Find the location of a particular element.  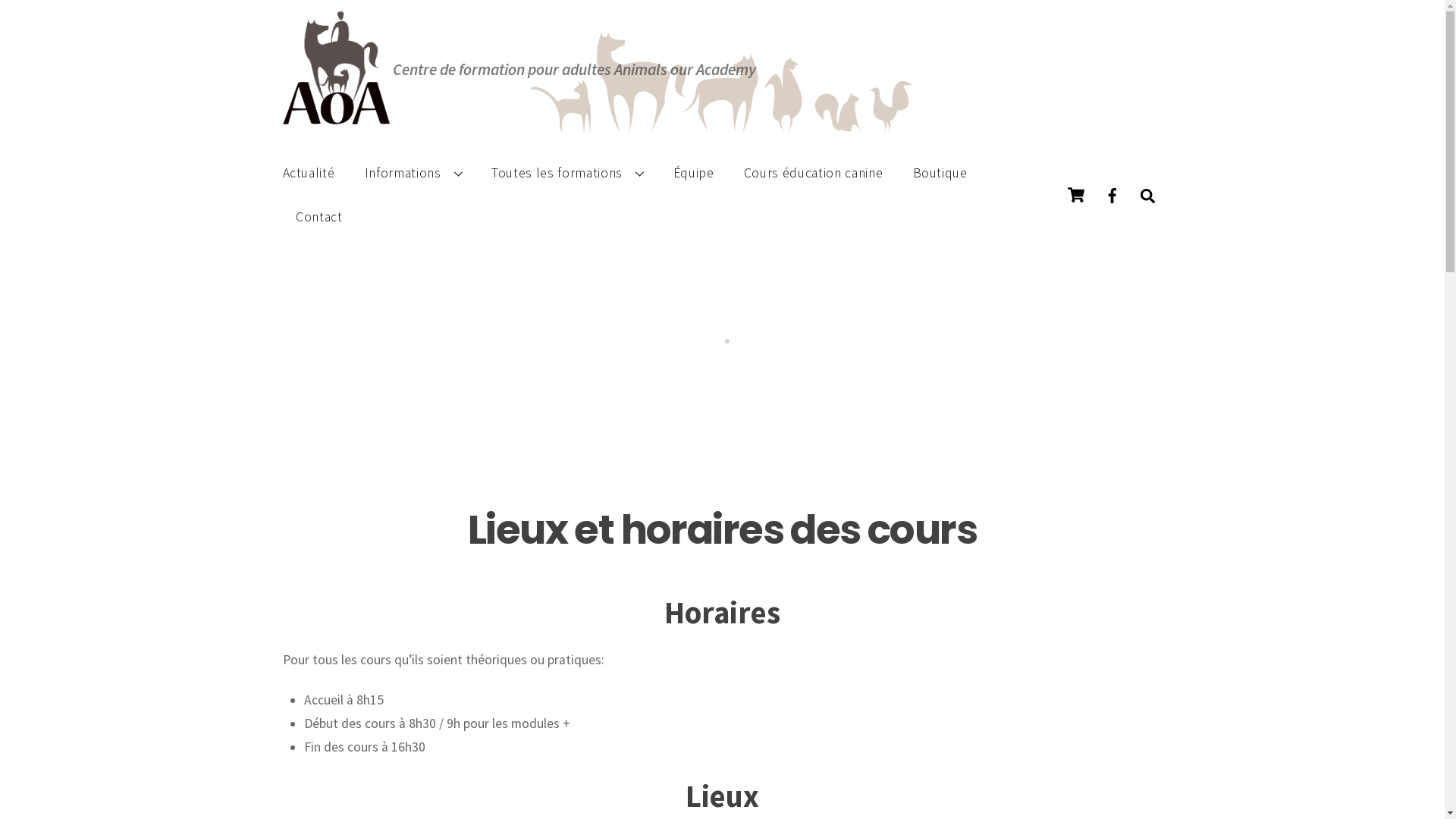

'Chercher' is located at coordinates (1147, 194).